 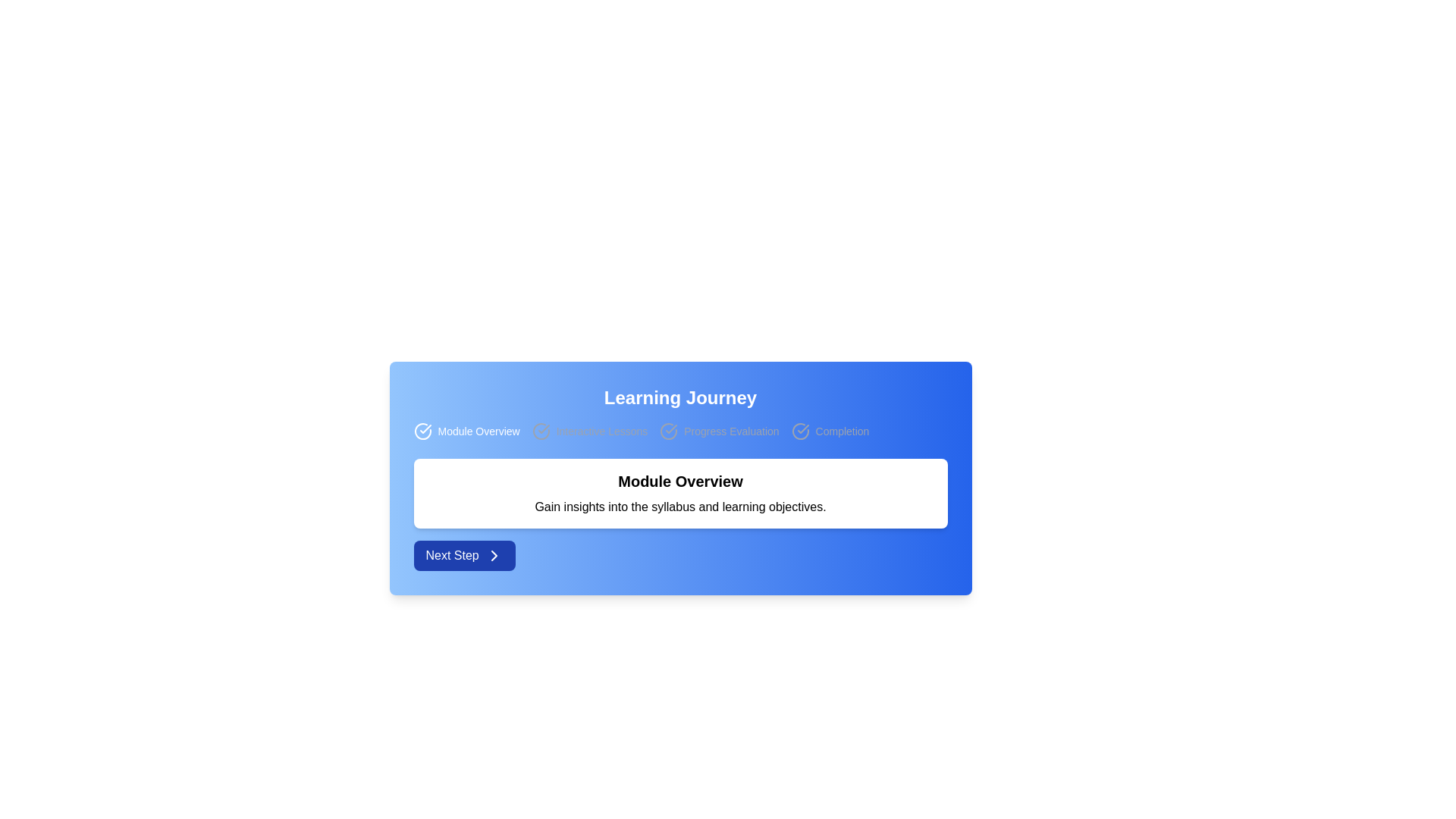 I want to click on the Text label indicating a specific stage in the Learning Journey interface, which is the second item from the left in the header section, so click(x=601, y=431).